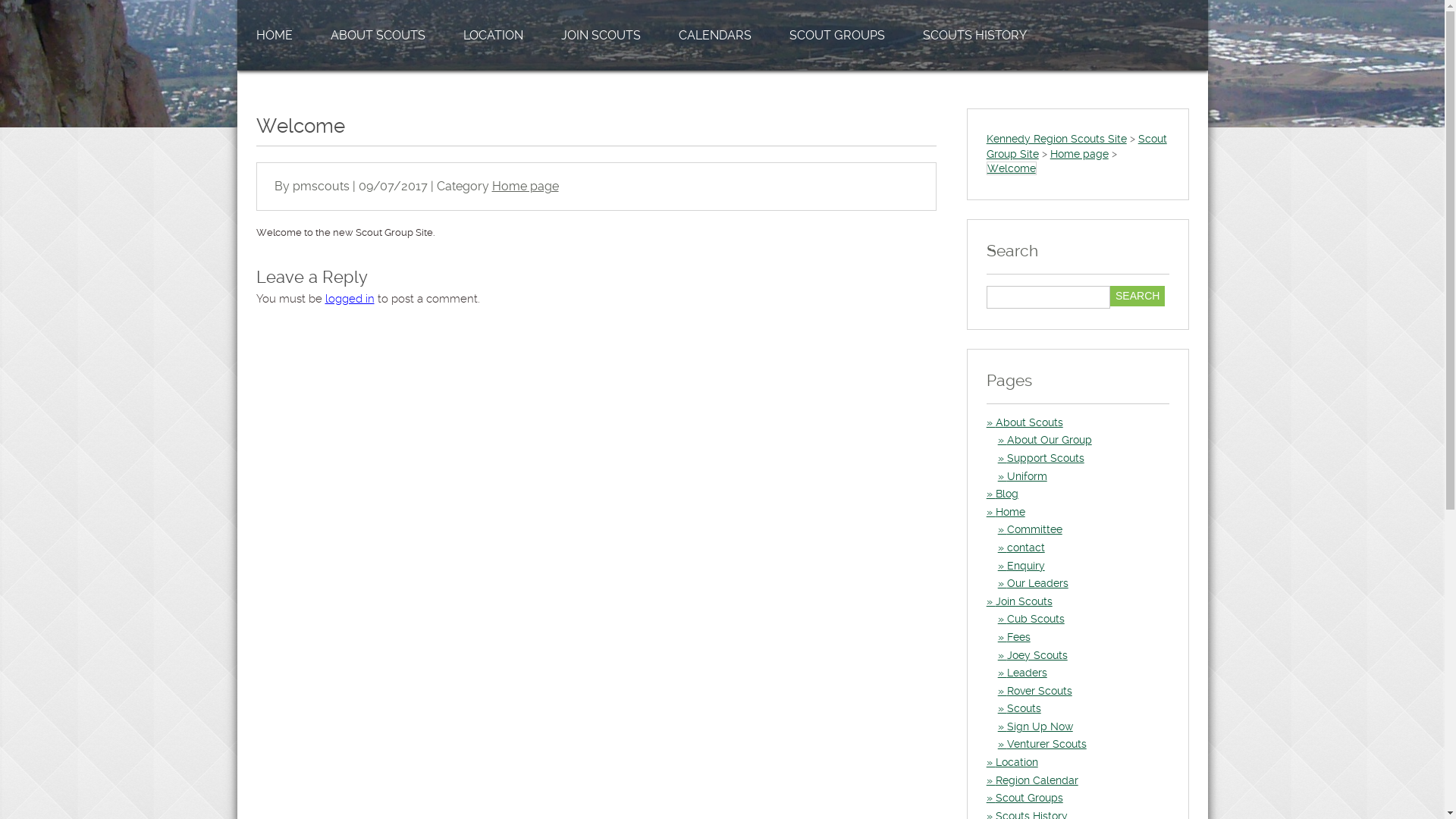 The image size is (1456, 819). I want to click on 'Support Scouts', so click(1040, 457).